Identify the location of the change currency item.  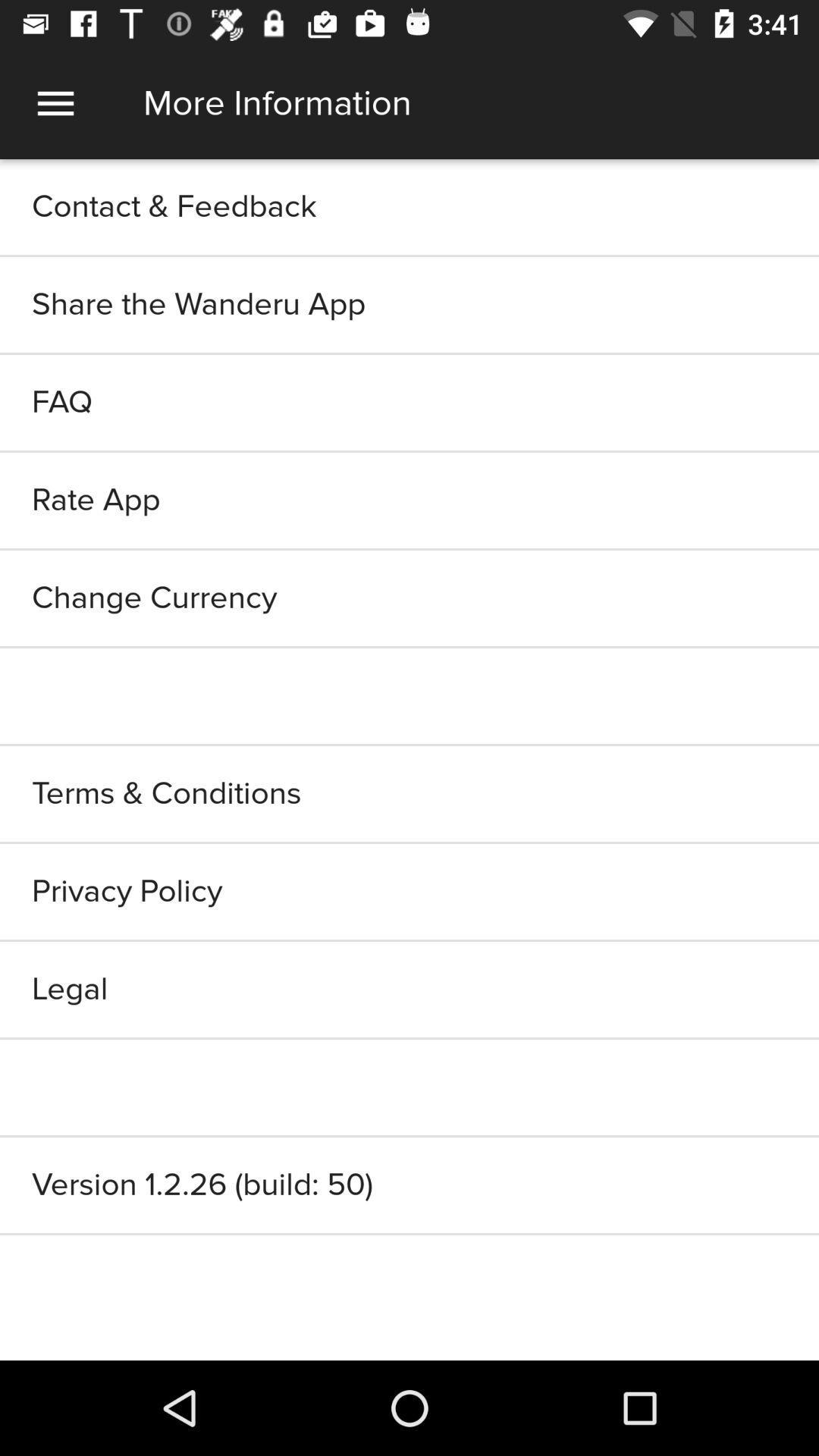
(409, 597).